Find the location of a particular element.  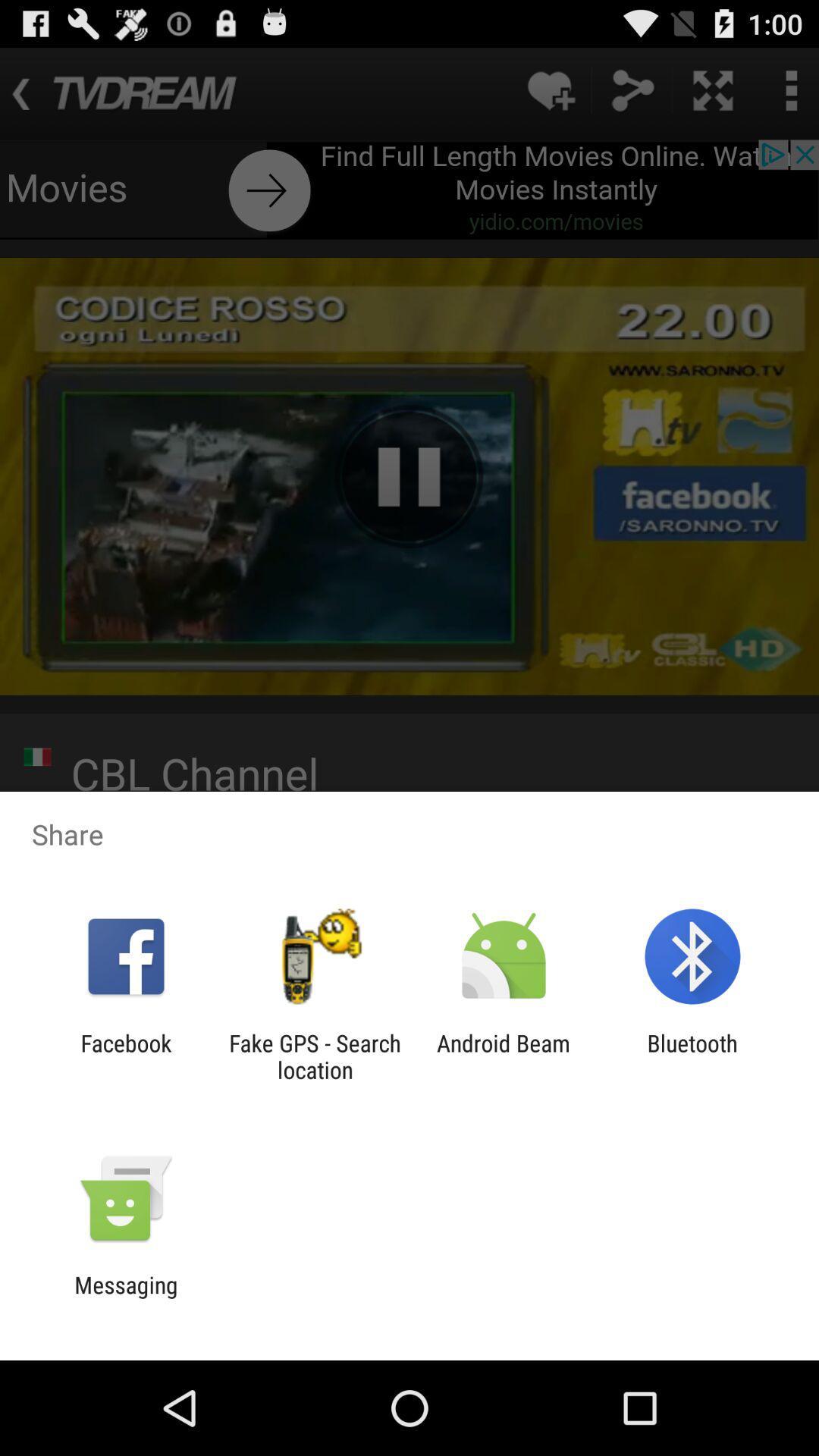

icon to the right of android beam app is located at coordinates (692, 1056).